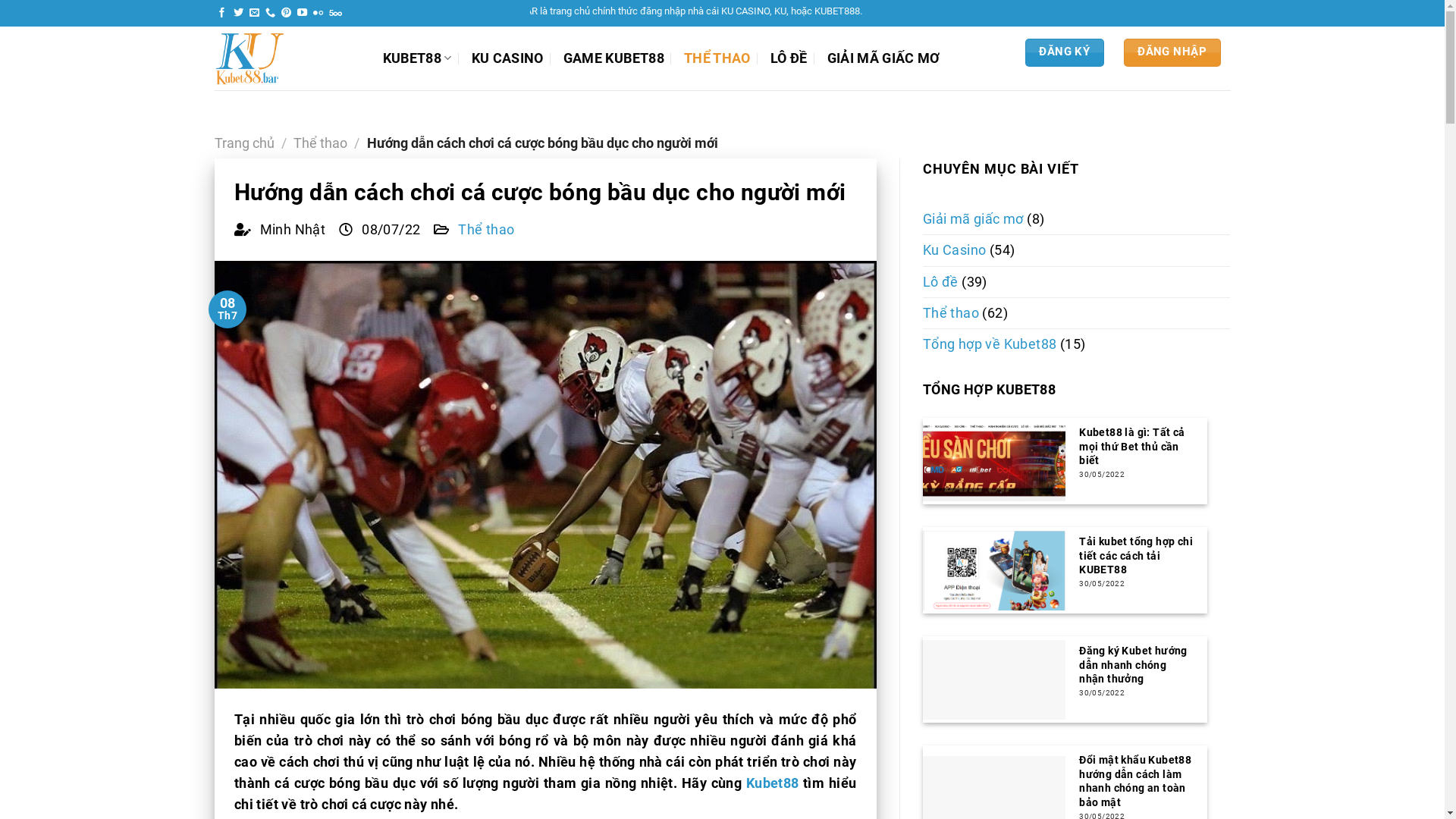  I want to click on 'KU CASINO', so click(507, 58).